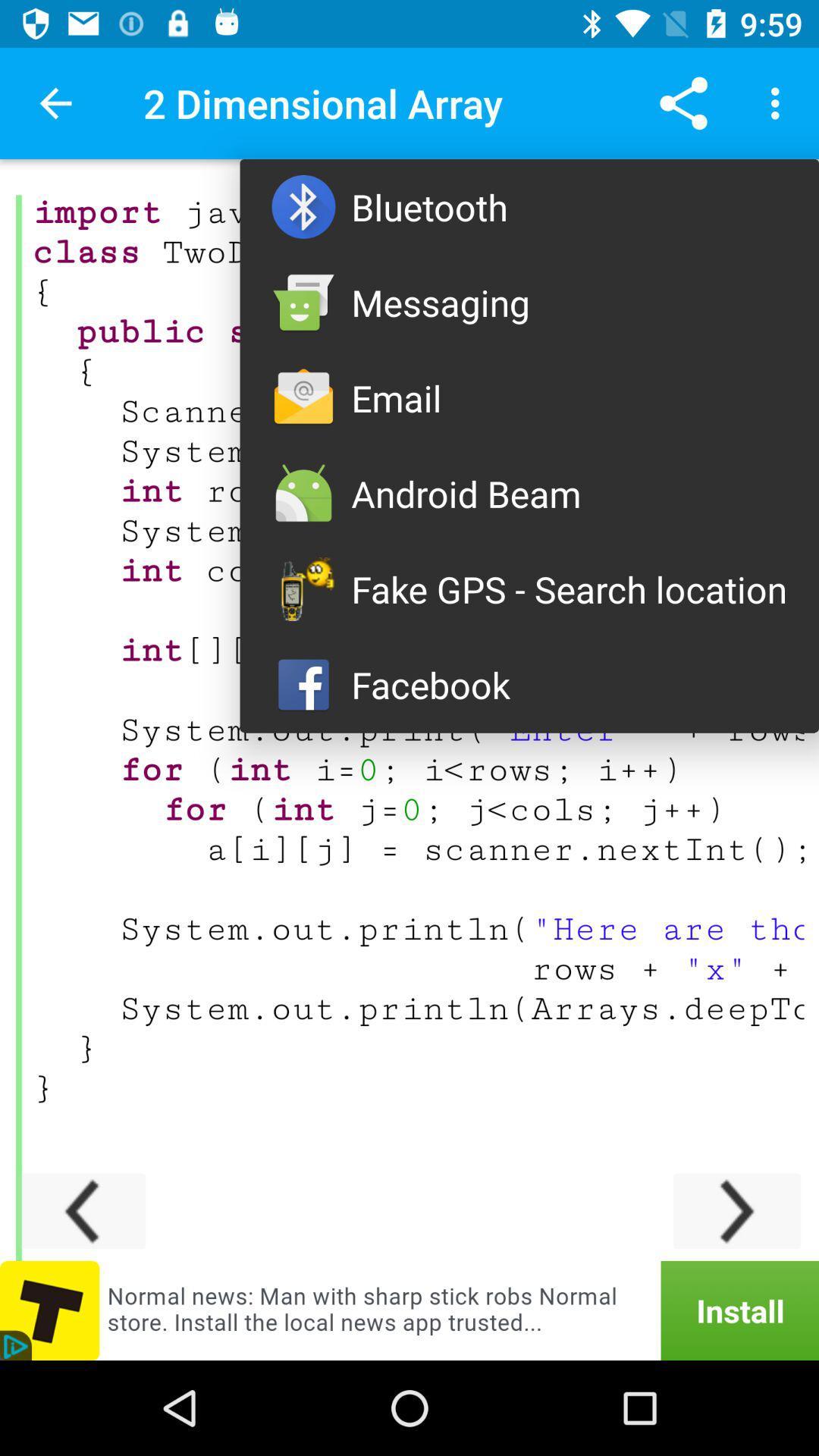 The height and width of the screenshot is (1456, 819). Describe the element at coordinates (82, 1210) in the screenshot. I see `the arrow_backward icon` at that location.